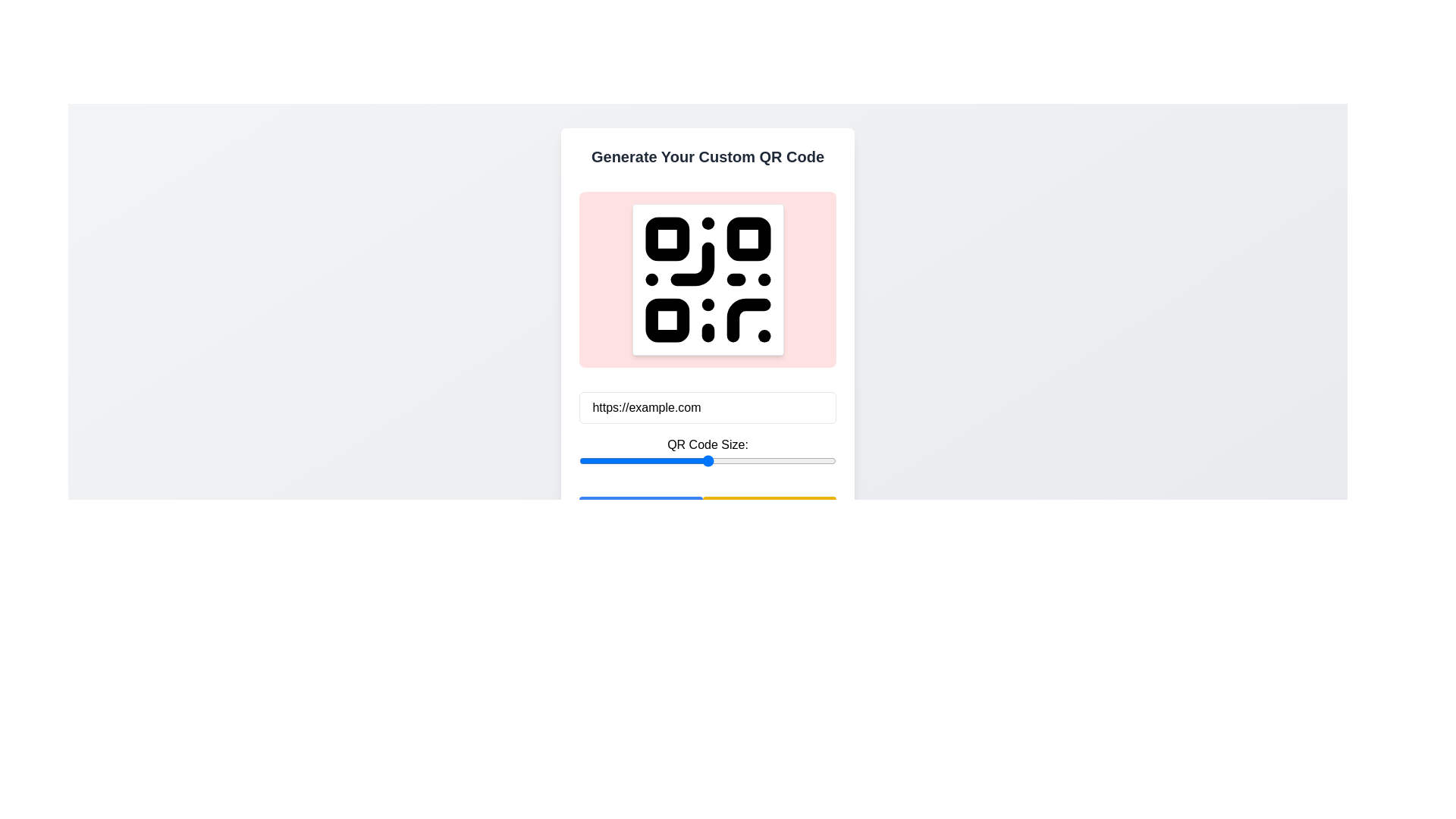 Image resolution: width=1456 pixels, height=819 pixels. What do you see at coordinates (646, 460) in the screenshot?
I see `QR code size` at bounding box center [646, 460].